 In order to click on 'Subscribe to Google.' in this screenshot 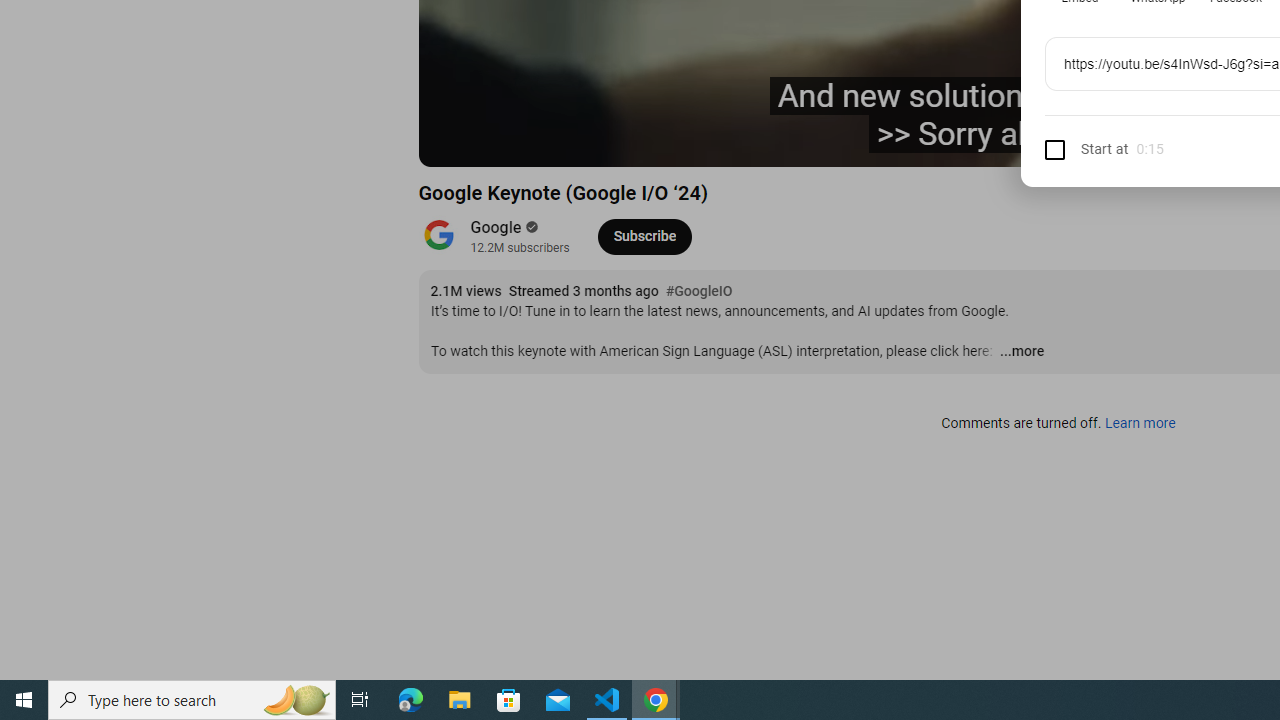, I will do `click(644, 235)`.